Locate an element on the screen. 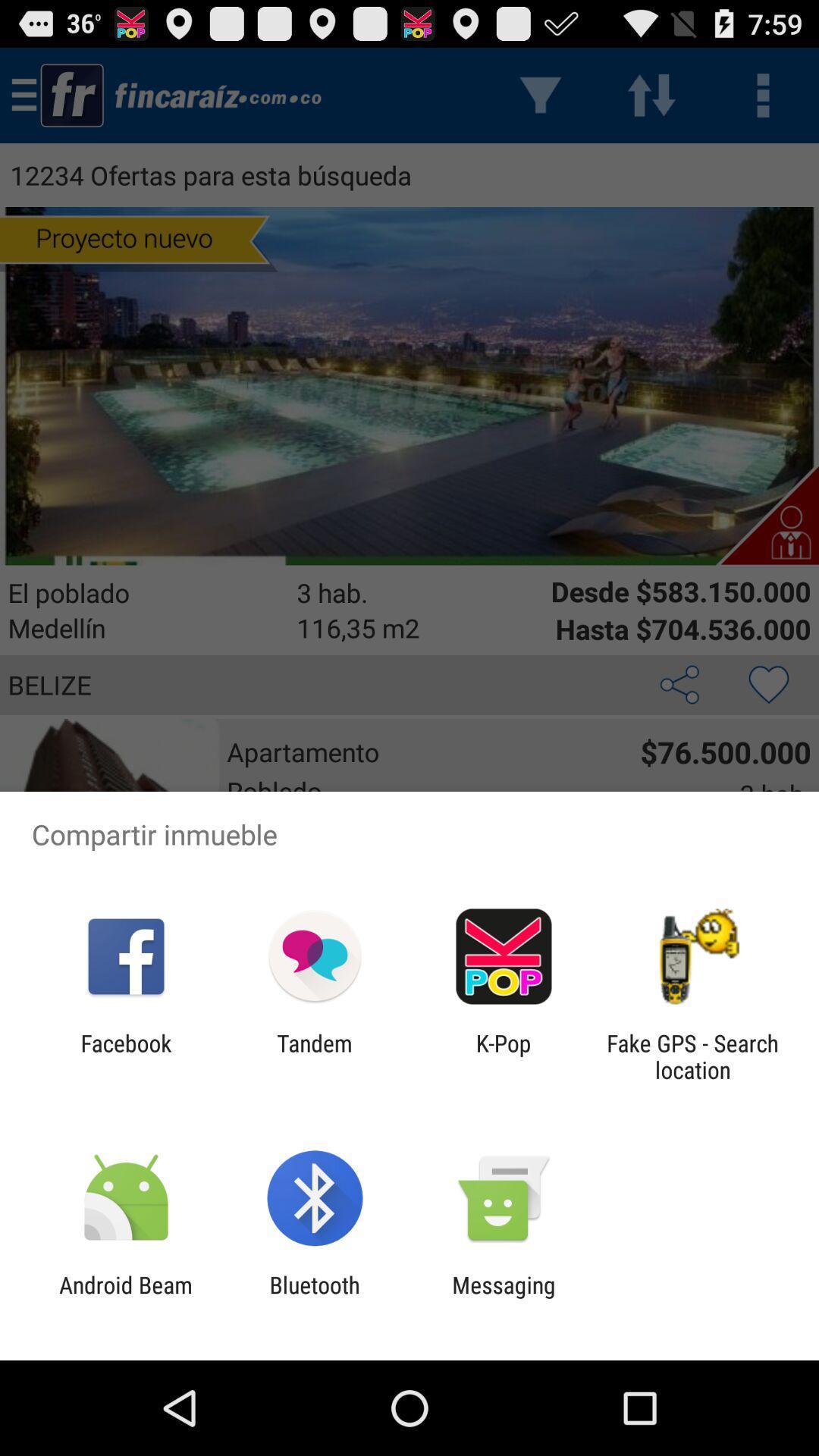 The height and width of the screenshot is (1456, 819). android beam app is located at coordinates (125, 1298).